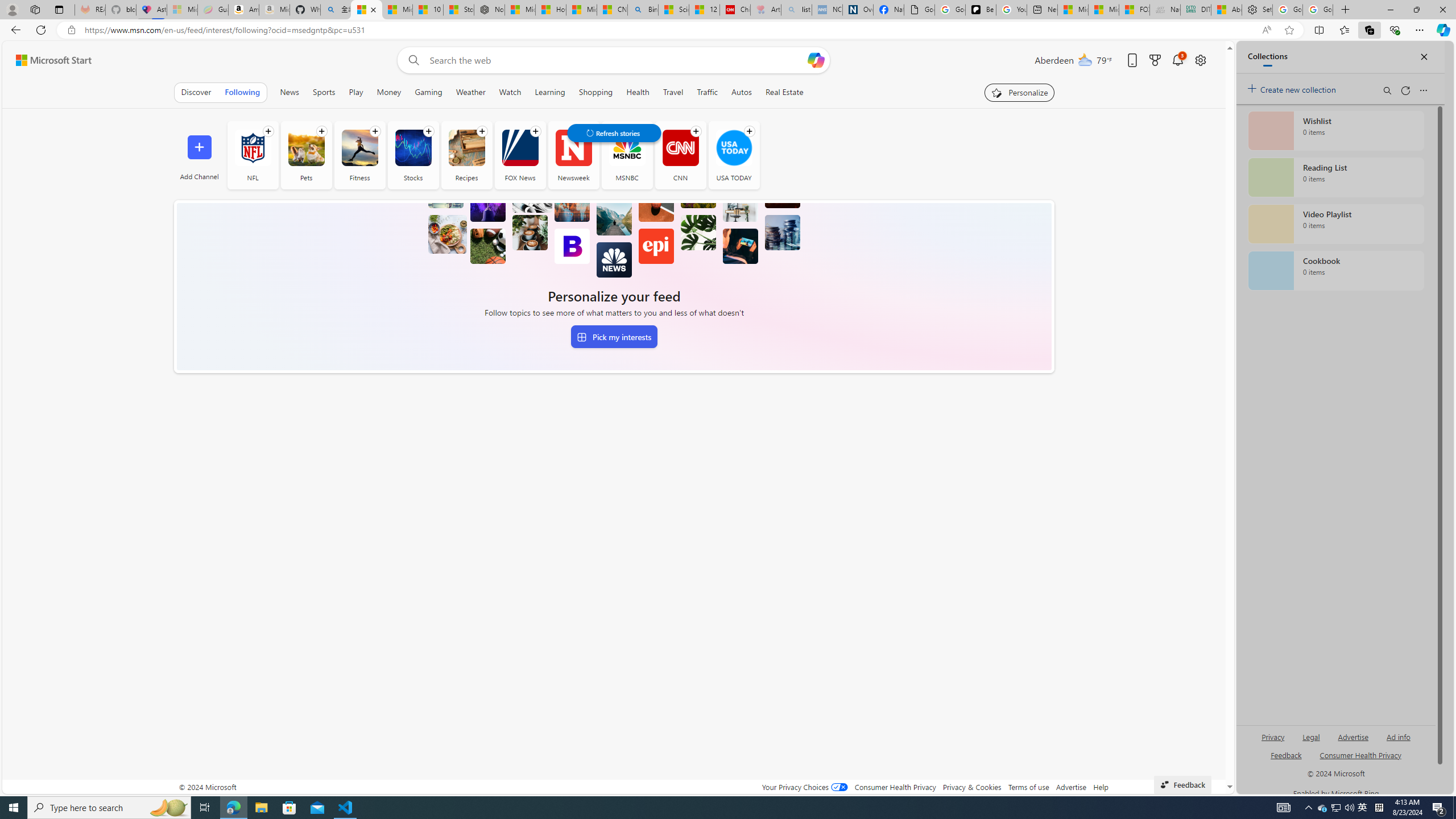  Describe the element at coordinates (749, 130) in the screenshot. I see `'Follow channel'` at that location.